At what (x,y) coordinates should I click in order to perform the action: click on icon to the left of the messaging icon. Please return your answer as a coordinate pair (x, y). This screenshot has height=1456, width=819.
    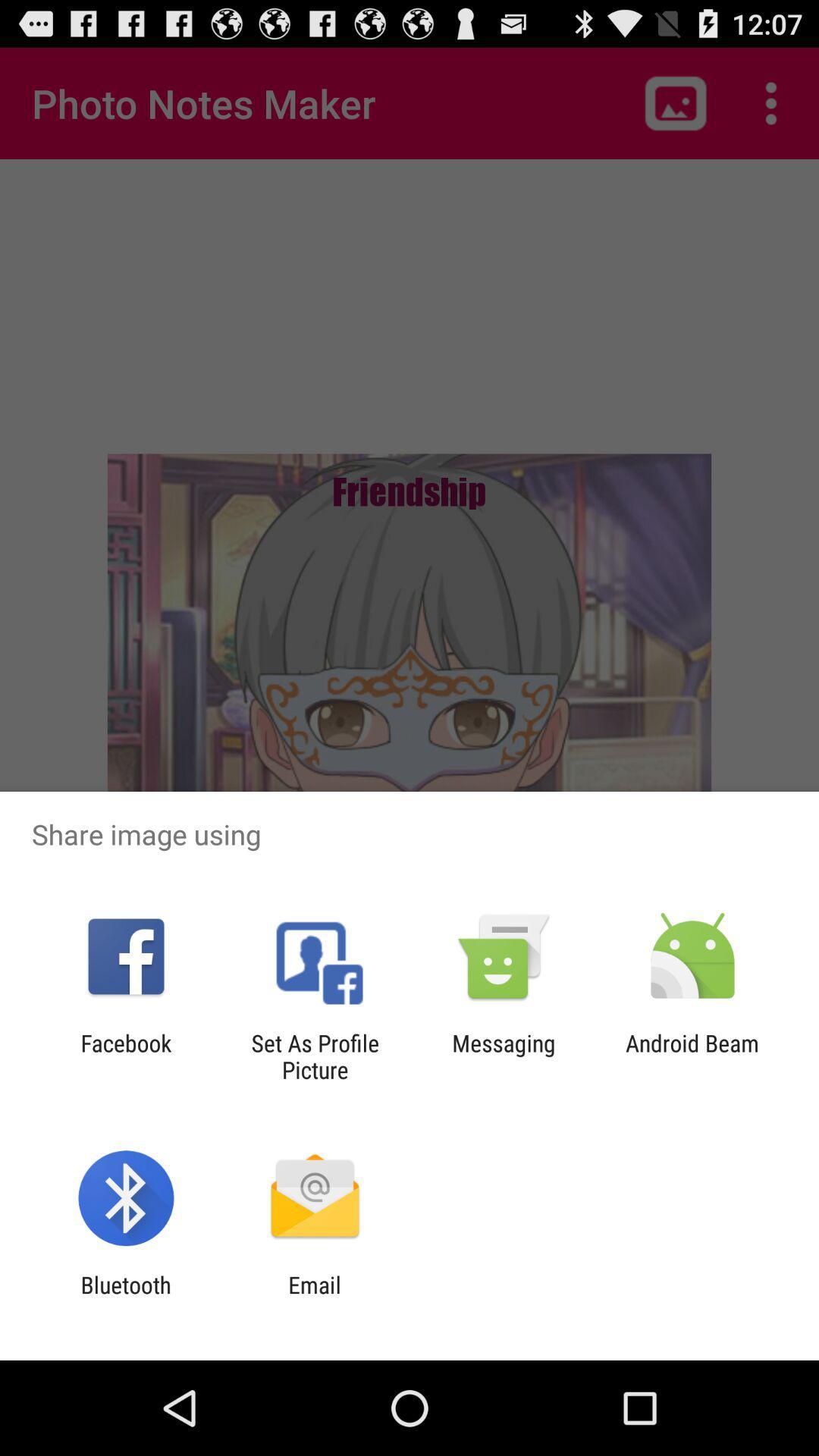
    Looking at the image, I should click on (314, 1056).